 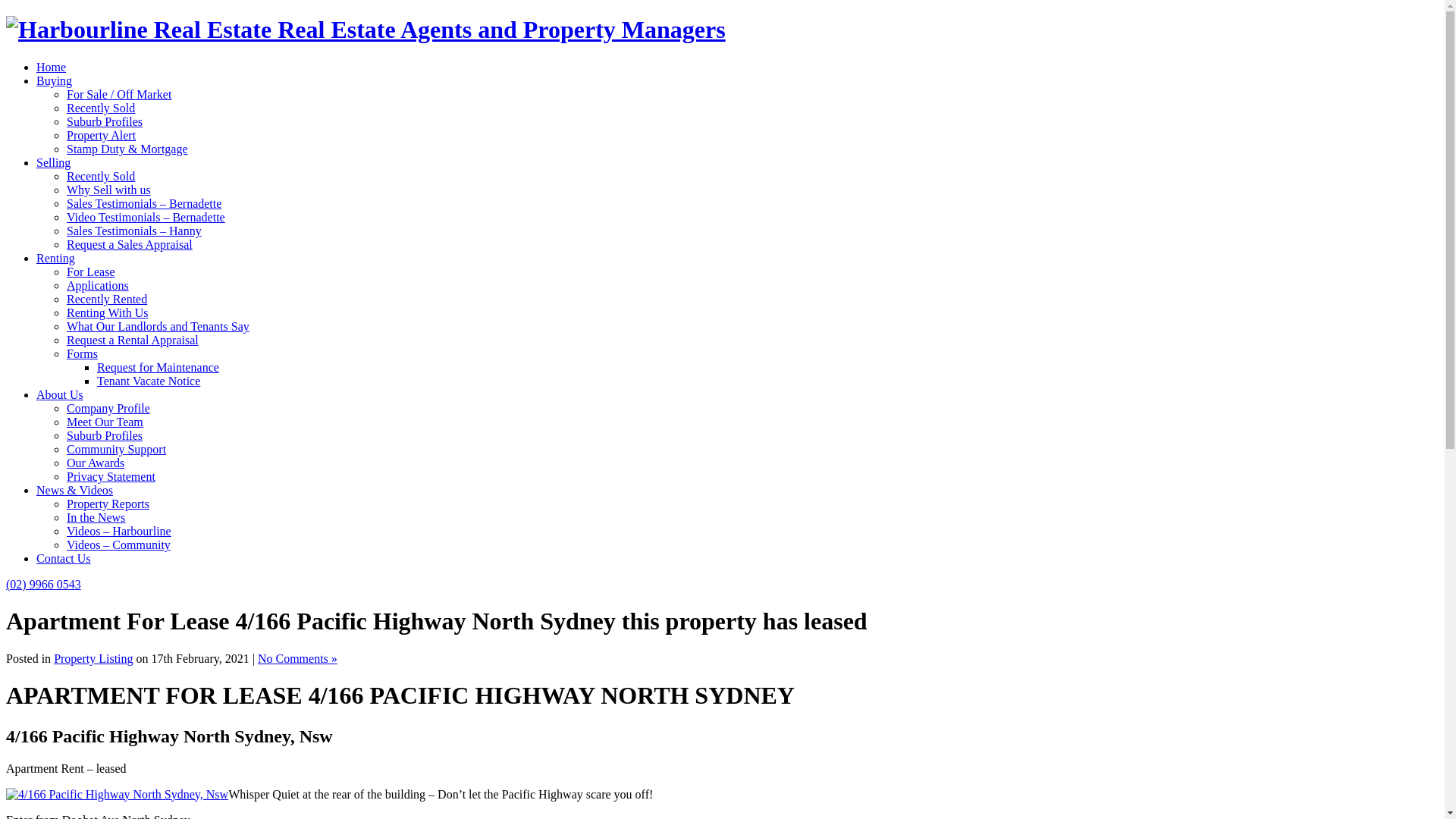 I want to click on 'Property Listing', so click(x=54, y=657).